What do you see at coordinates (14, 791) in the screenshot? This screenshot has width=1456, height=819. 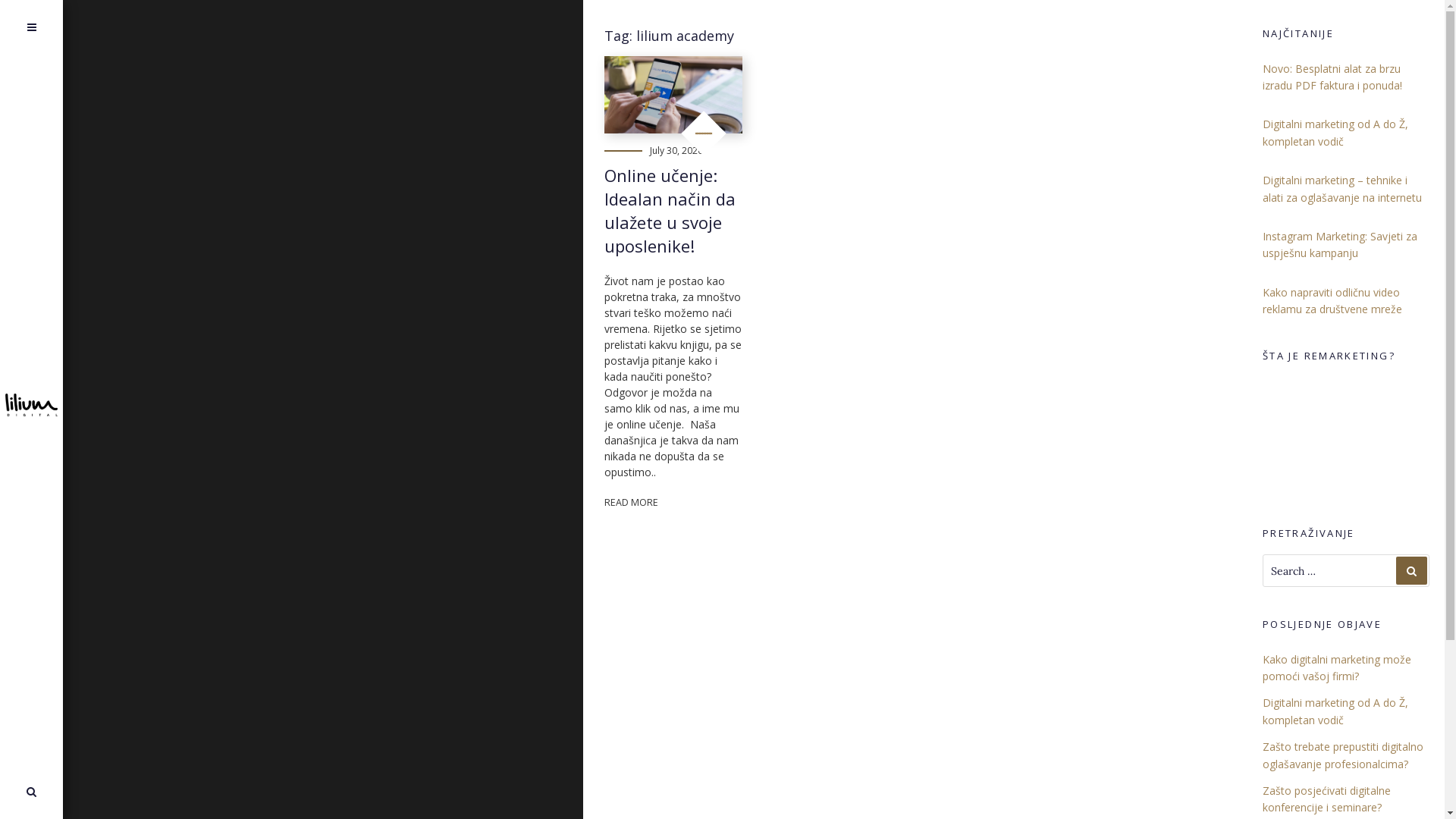 I see `'Search'` at bounding box center [14, 791].